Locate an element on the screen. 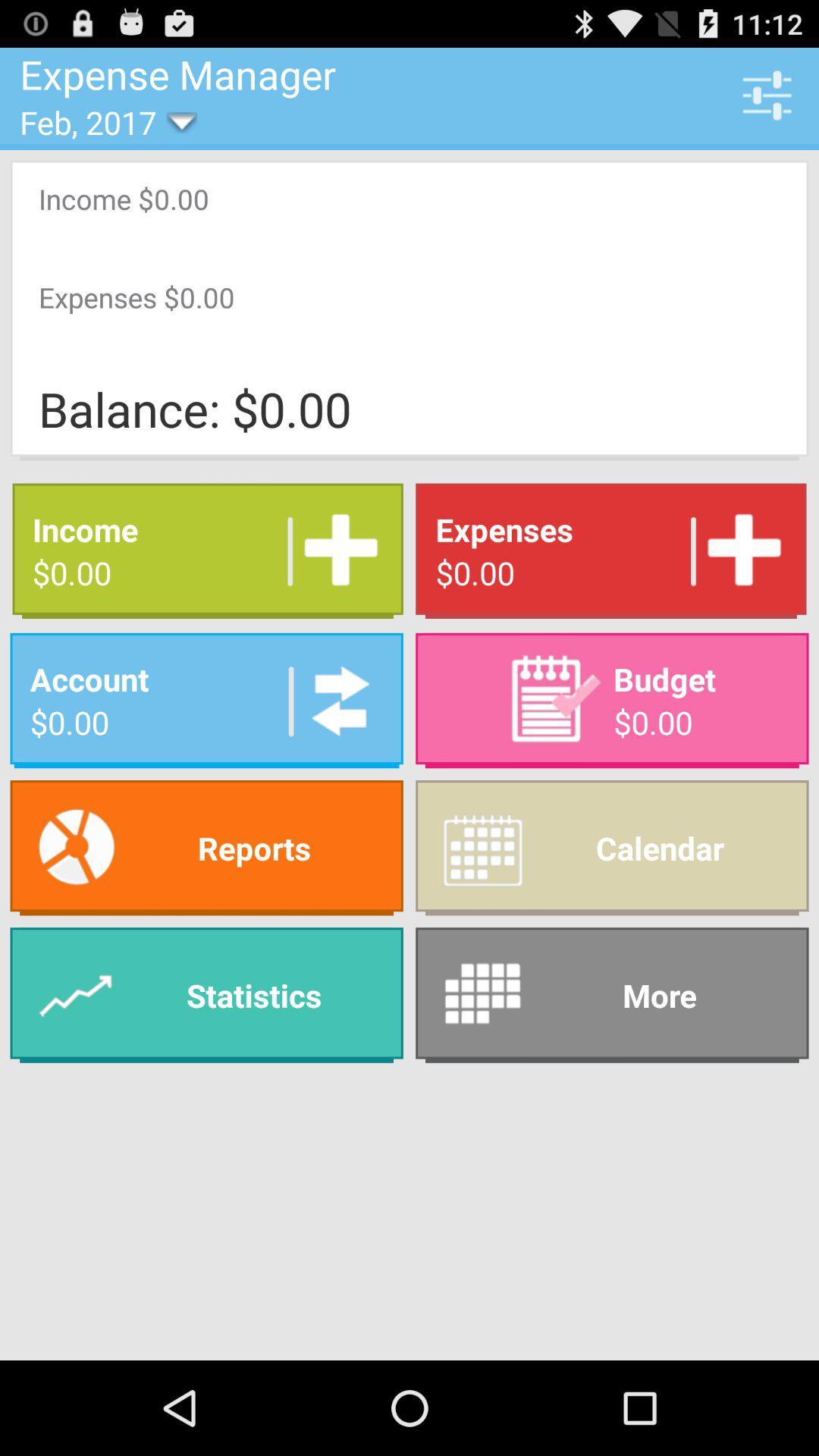 The width and height of the screenshot is (819, 1456). icon at the bottom left corner is located at coordinates (206, 995).